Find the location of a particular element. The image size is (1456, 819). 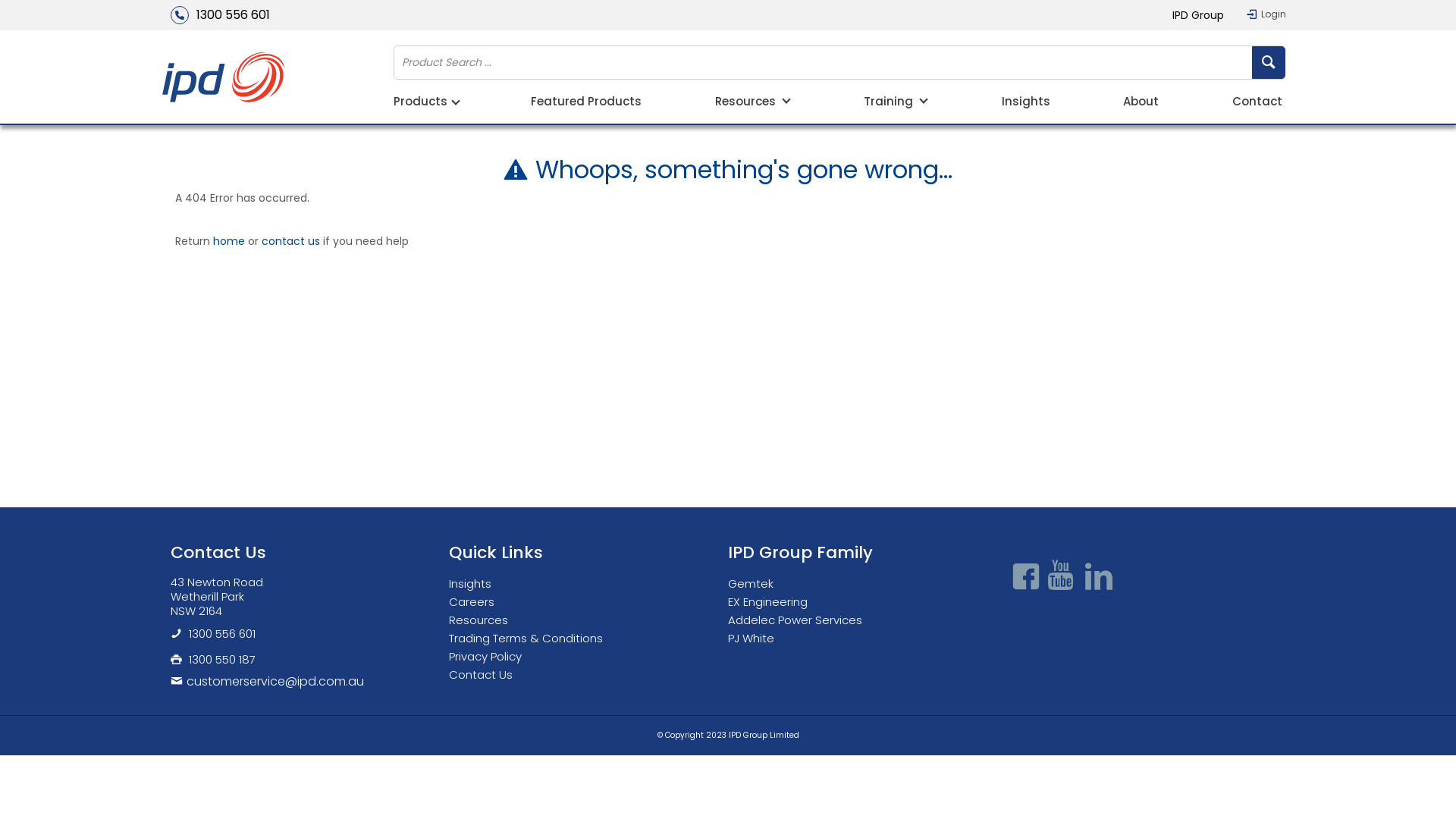

'Featured Products' is located at coordinates (585, 102).